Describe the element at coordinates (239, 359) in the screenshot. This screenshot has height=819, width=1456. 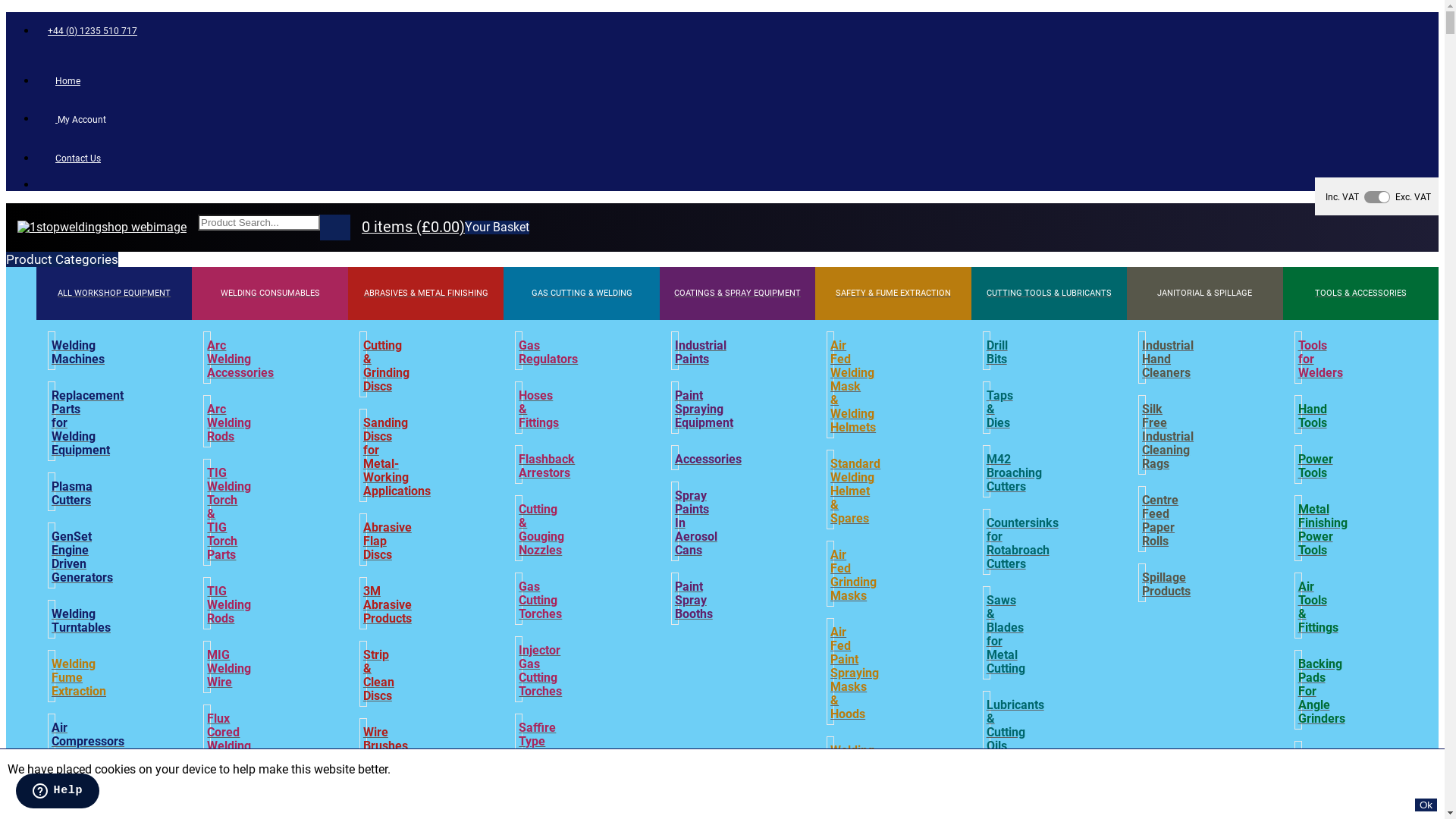
I see `'Arc Welding Accessories'` at that location.